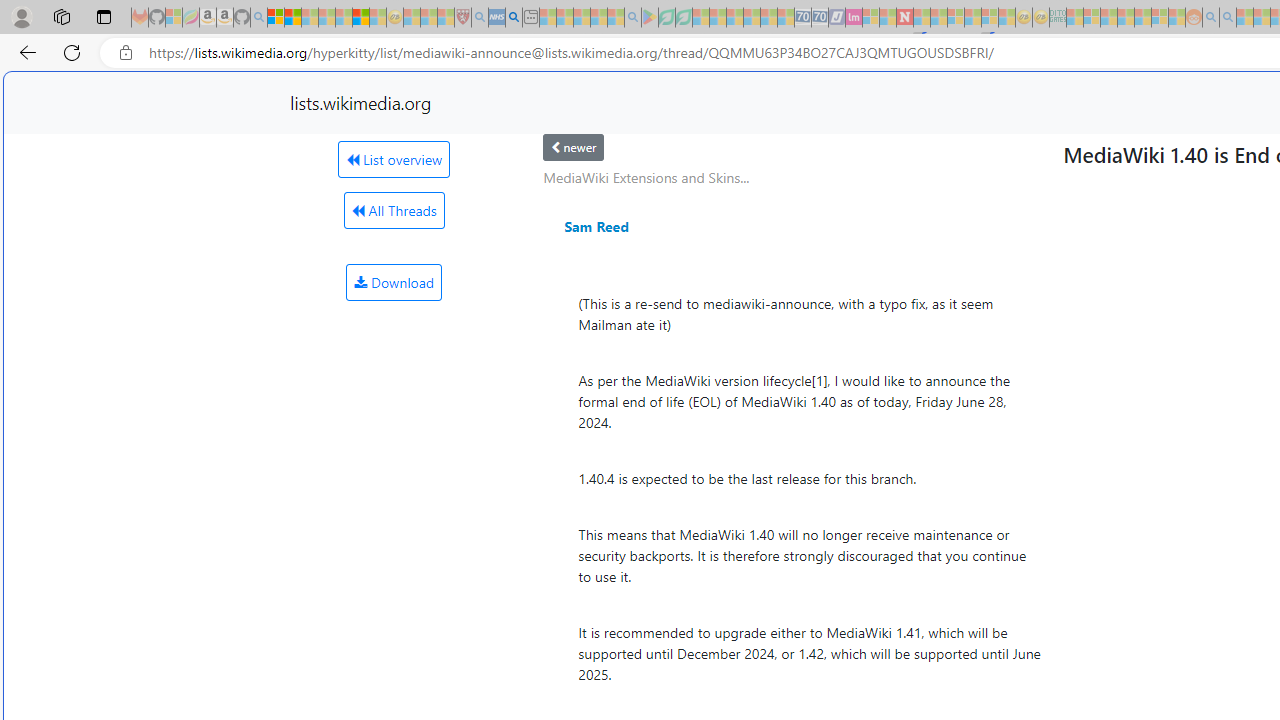 The height and width of the screenshot is (720, 1280). What do you see at coordinates (1143, 17) in the screenshot?
I see `'Kinda Frugal - MSN - Sleeping'` at bounding box center [1143, 17].